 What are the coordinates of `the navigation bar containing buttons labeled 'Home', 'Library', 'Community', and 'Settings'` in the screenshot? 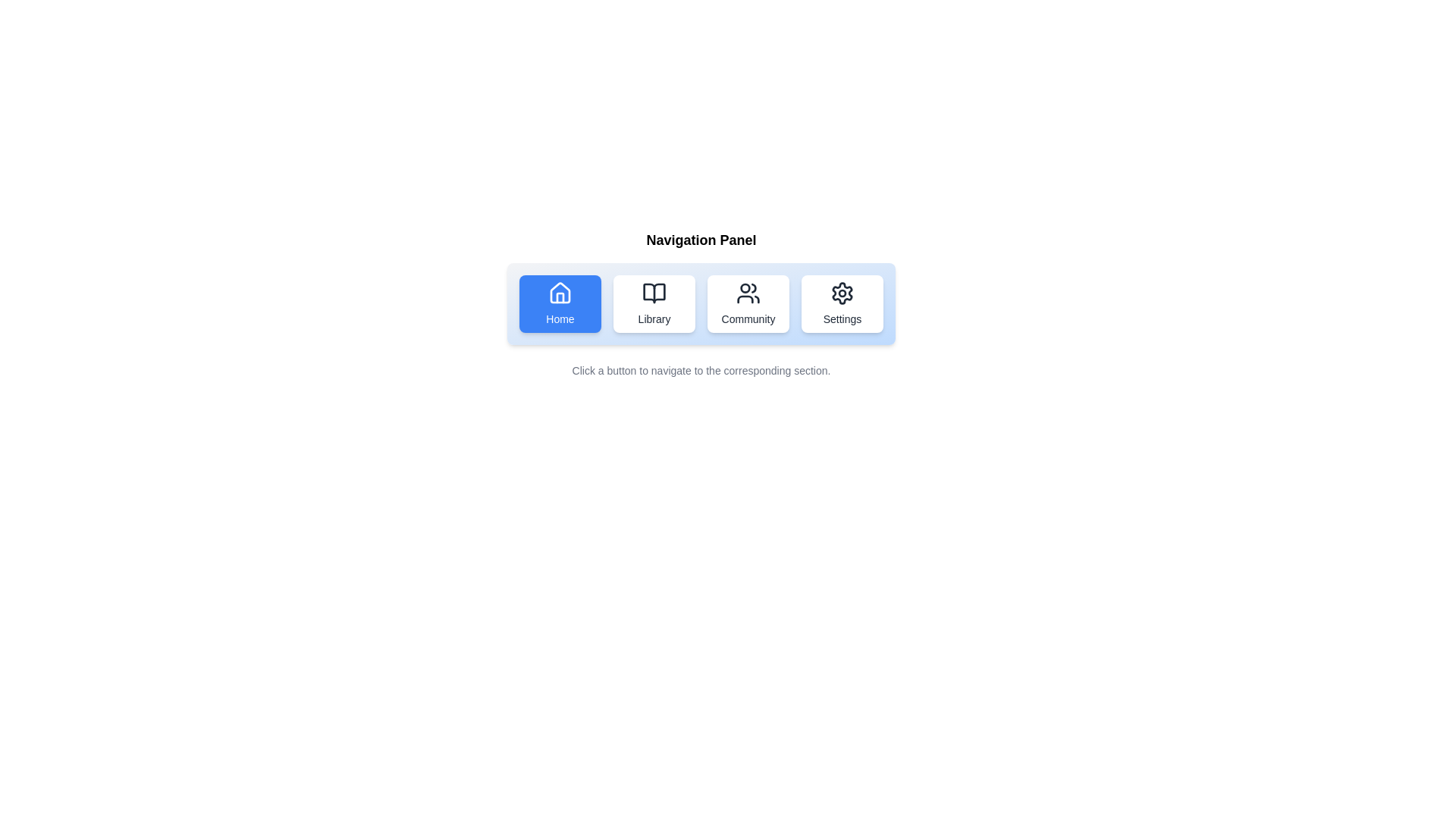 It's located at (701, 304).